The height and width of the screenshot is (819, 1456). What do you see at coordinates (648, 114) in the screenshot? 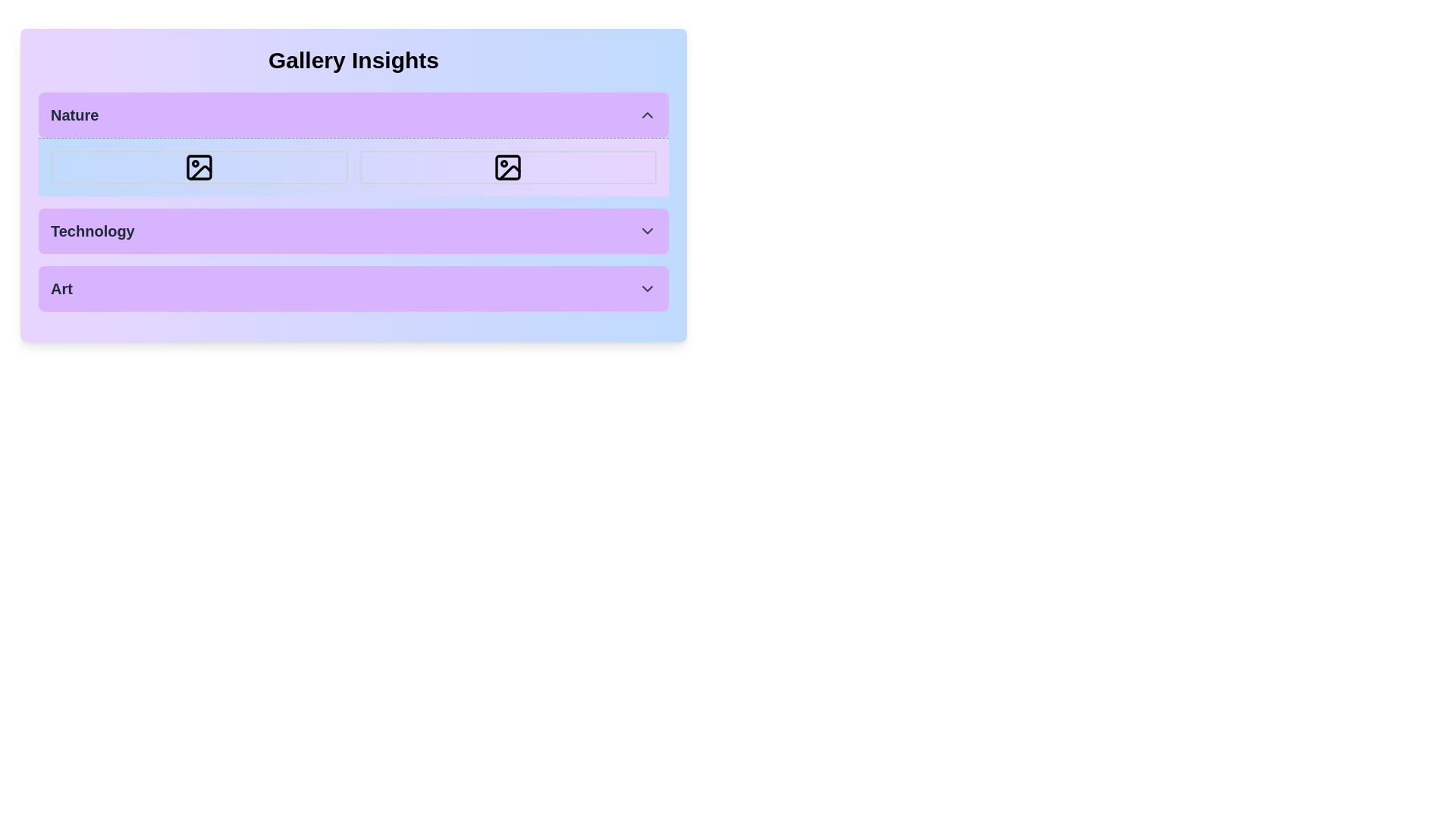
I see `the upward-pointing chevron icon located in the header section labeled 'Nature' on the far right` at bounding box center [648, 114].